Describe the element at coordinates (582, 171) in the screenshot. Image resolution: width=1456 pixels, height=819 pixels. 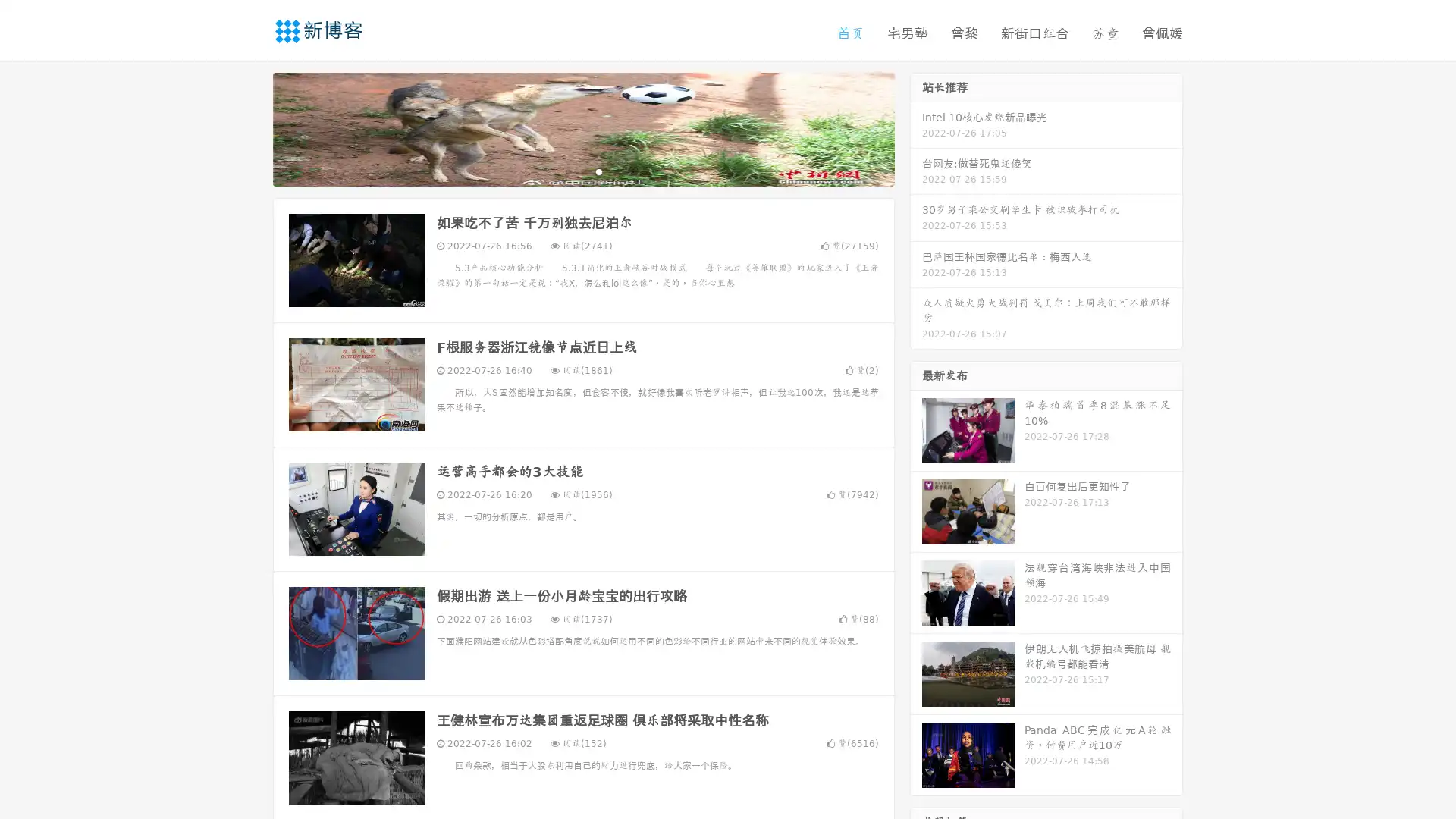
I see `Go to slide 2` at that location.